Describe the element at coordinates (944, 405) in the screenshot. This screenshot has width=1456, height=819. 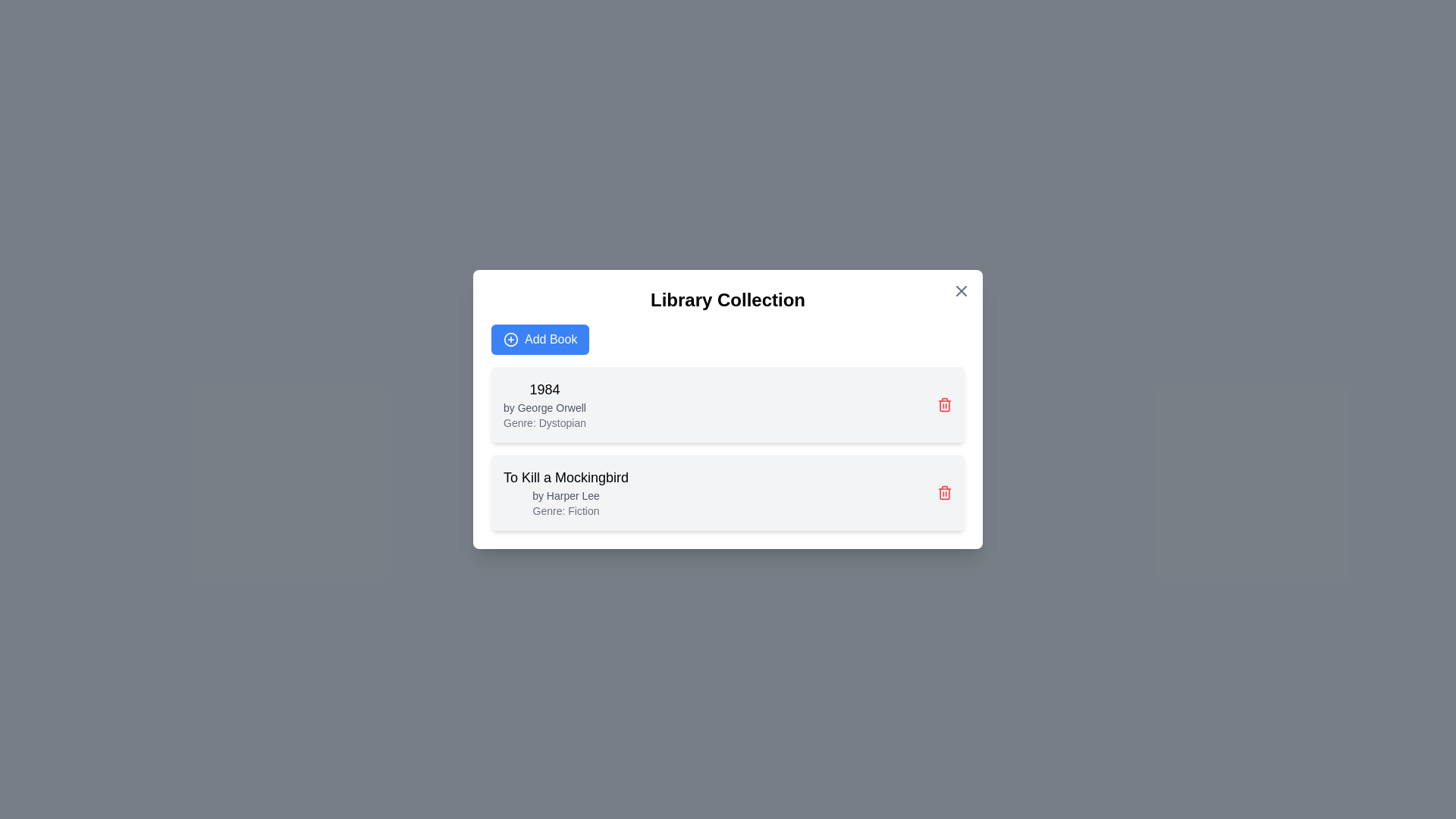
I see `the delete icon button for the book 'To Kill a Mockingbird' in the 'Library Collection' modal` at that location.